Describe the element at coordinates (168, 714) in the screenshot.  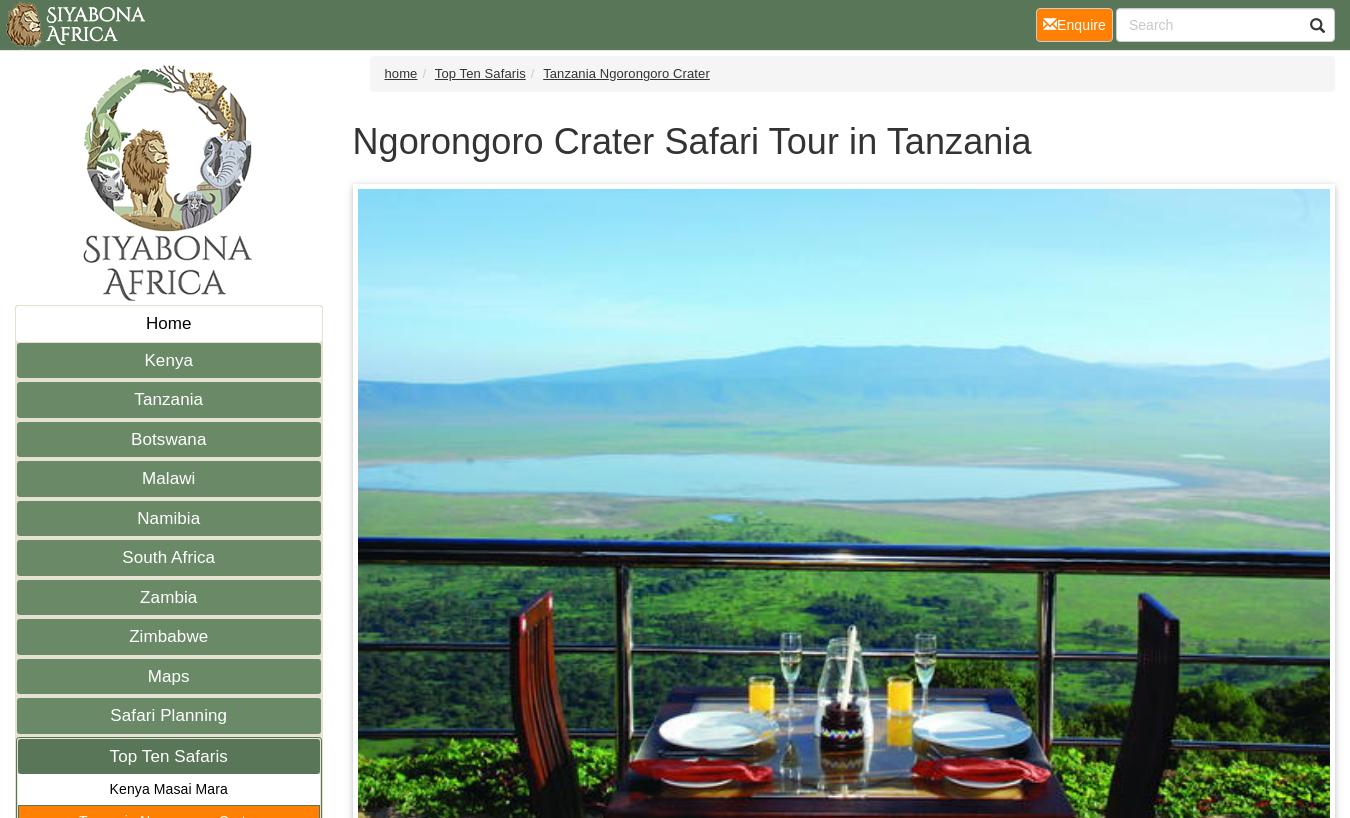
I see `'Safari Planning'` at that location.